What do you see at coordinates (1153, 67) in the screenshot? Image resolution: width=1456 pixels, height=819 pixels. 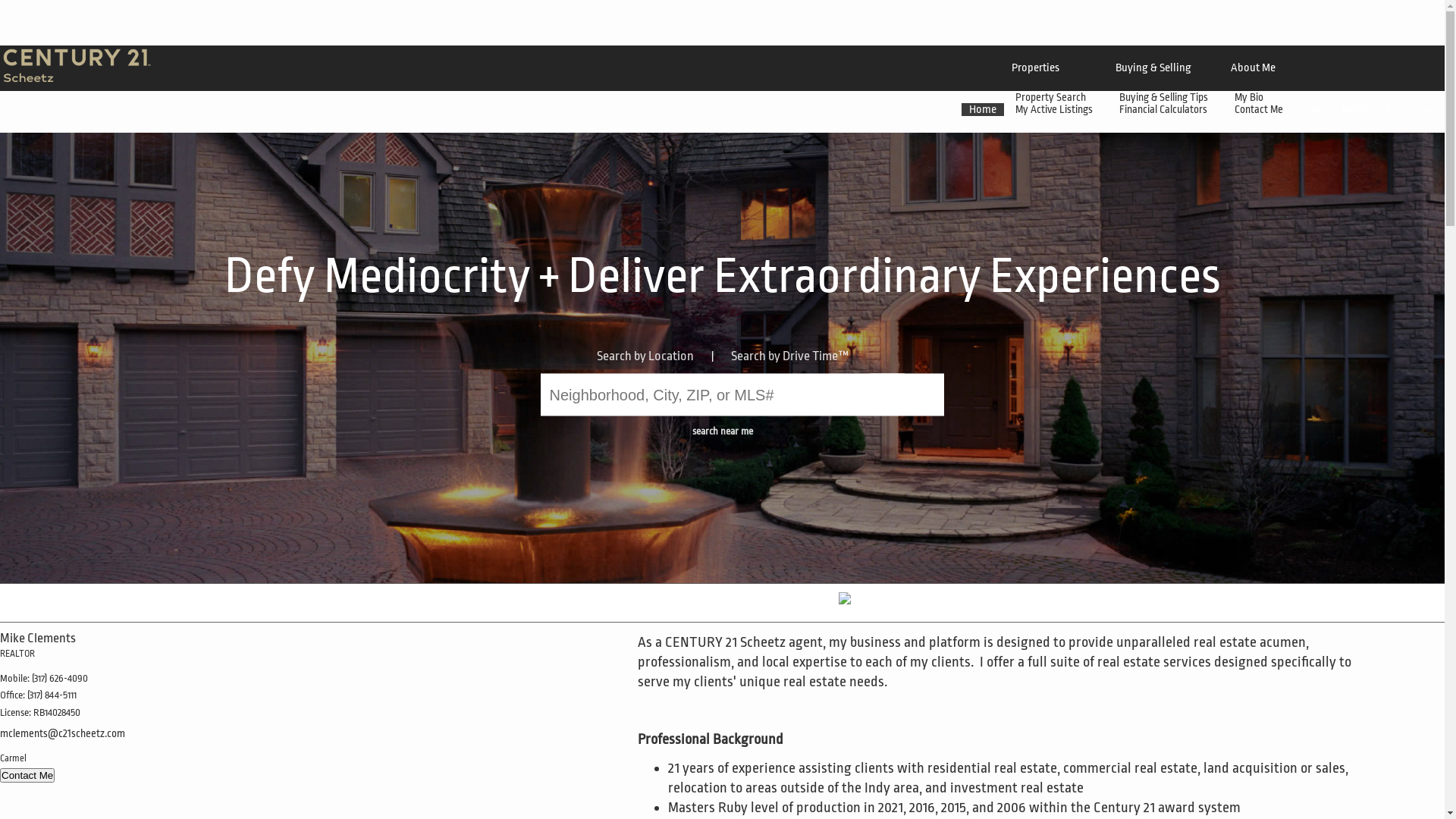 I see `'Buying & Selling'` at bounding box center [1153, 67].